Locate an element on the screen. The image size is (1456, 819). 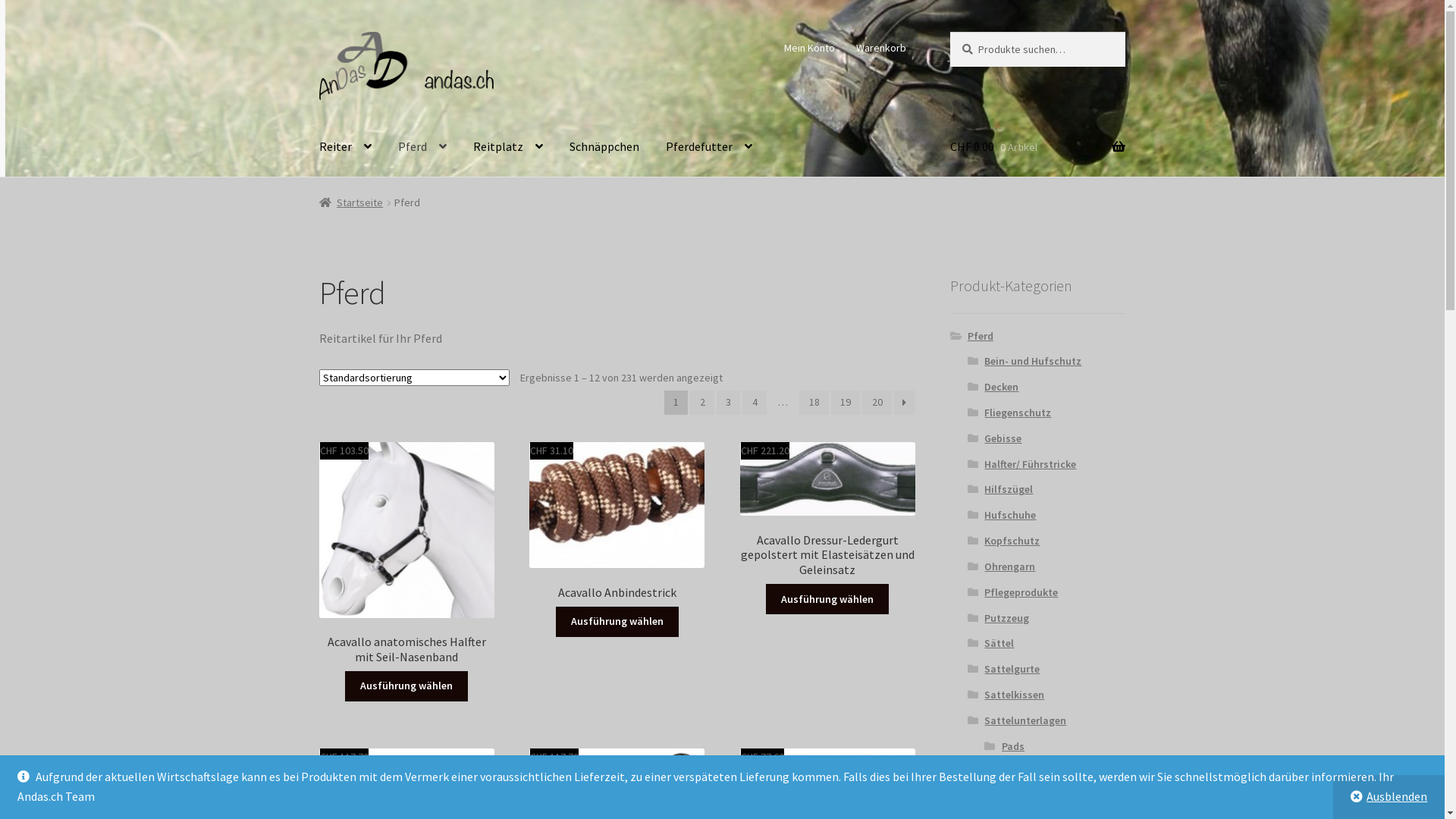
'Startseite' is located at coordinates (318, 201).